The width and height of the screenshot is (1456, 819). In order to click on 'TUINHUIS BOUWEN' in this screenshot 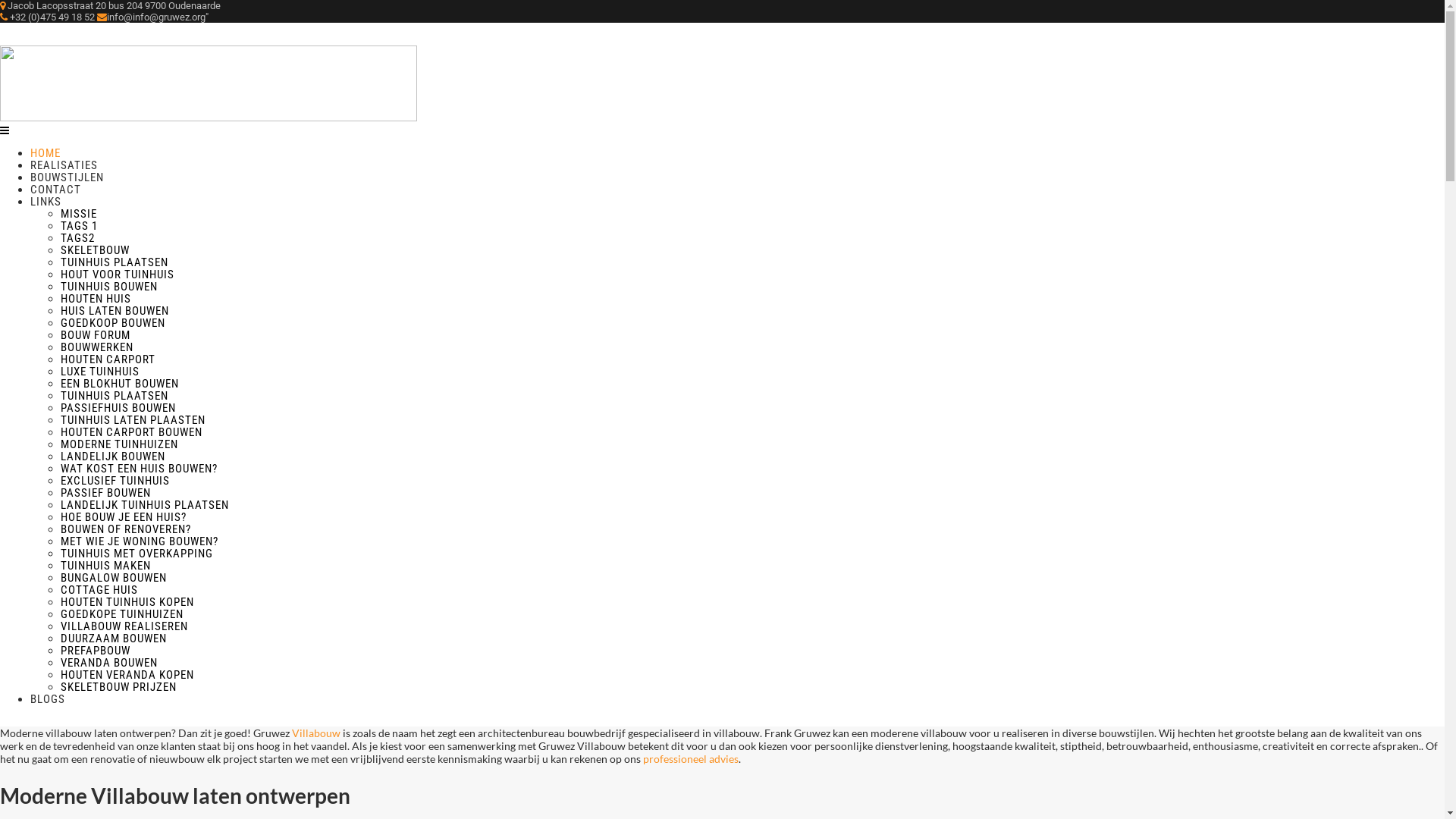, I will do `click(108, 287)`.